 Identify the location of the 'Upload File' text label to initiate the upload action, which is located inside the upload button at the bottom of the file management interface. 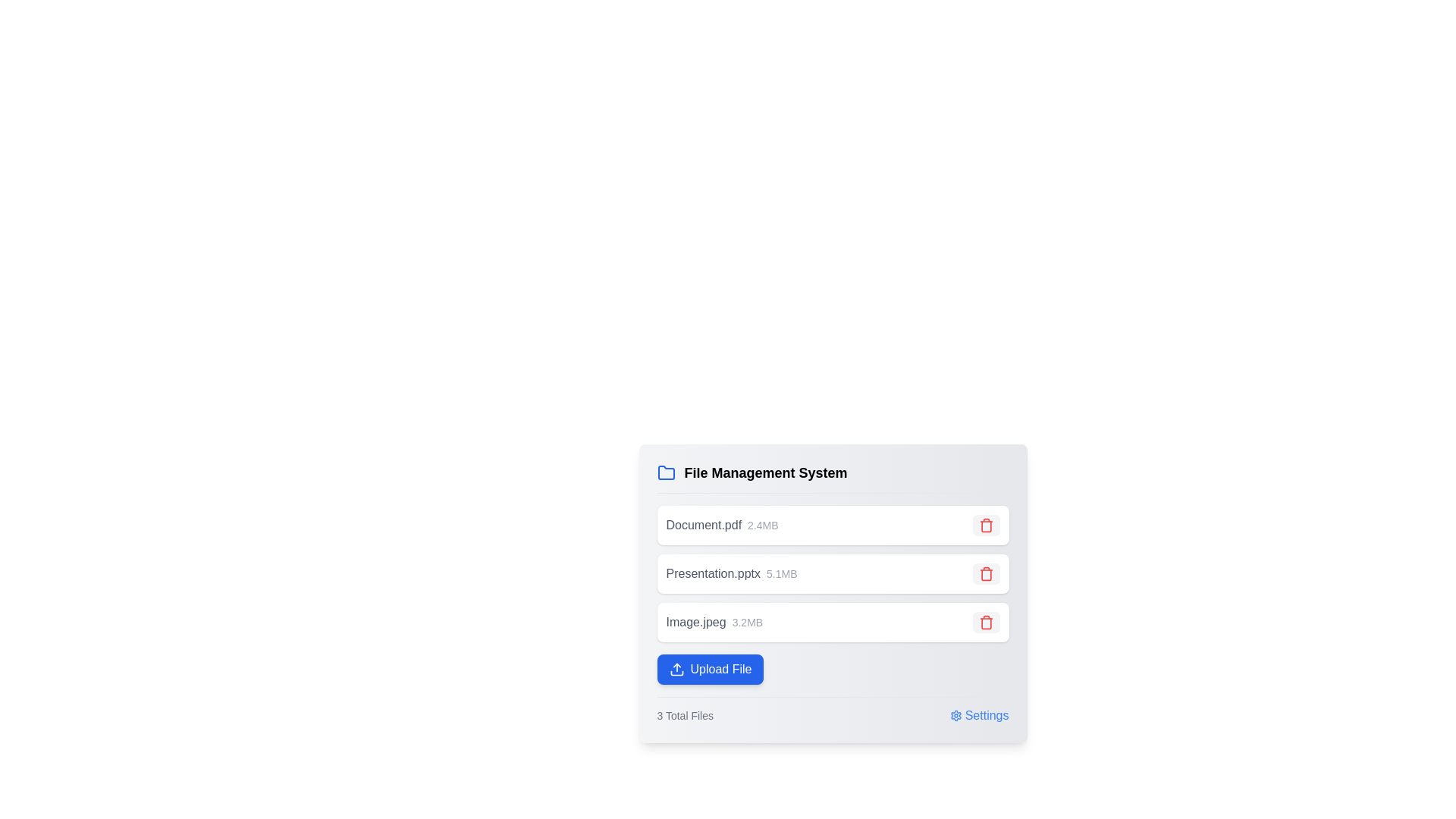
(720, 669).